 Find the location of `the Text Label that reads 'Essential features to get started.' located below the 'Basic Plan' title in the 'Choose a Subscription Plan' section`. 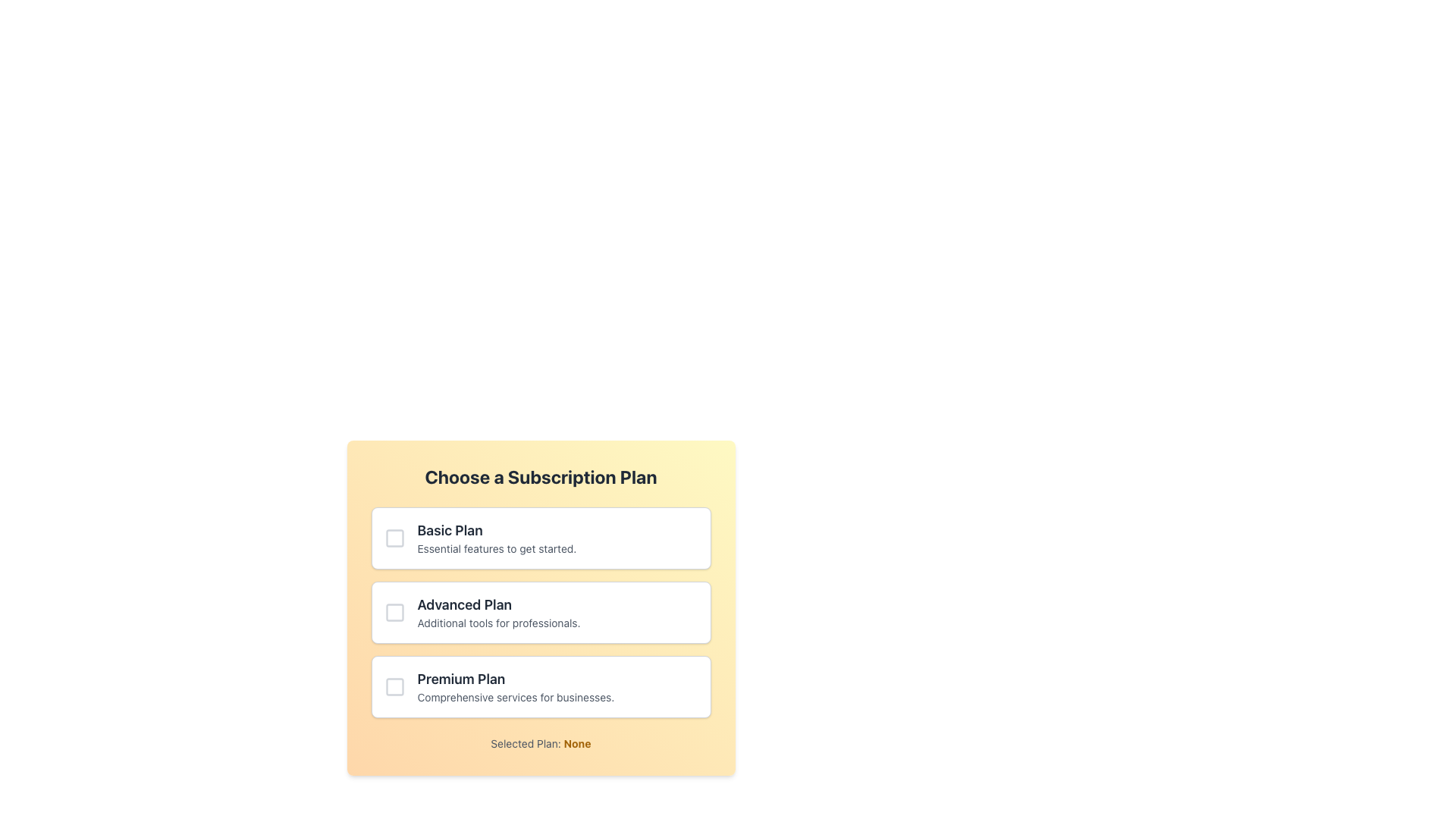

the Text Label that reads 'Essential features to get started.' located below the 'Basic Plan' title in the 'Choose a Subscription Plan' section is located at coordinates (557, 549).